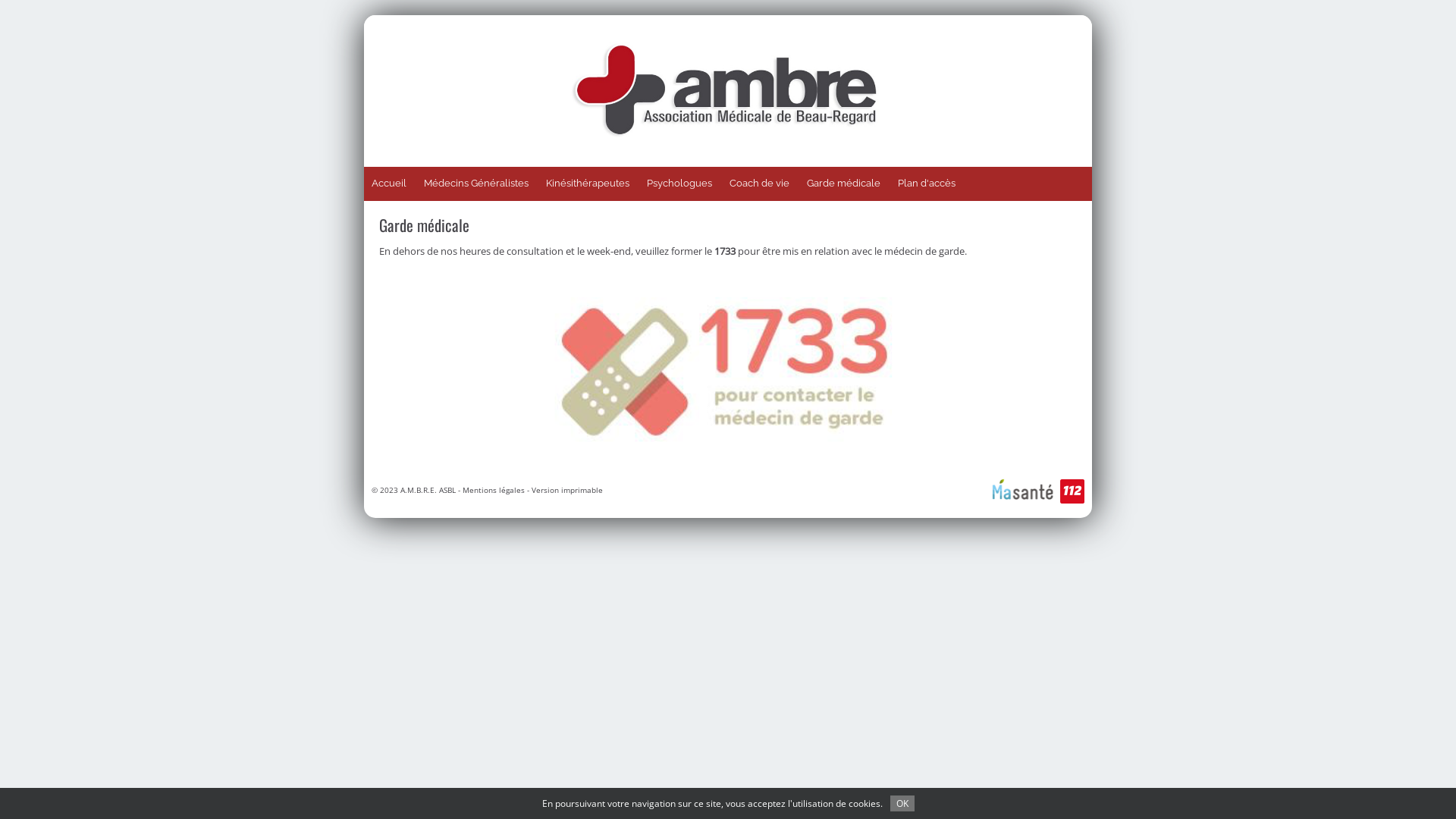  I want to click on 'Version imprimable', so click(566, 489).